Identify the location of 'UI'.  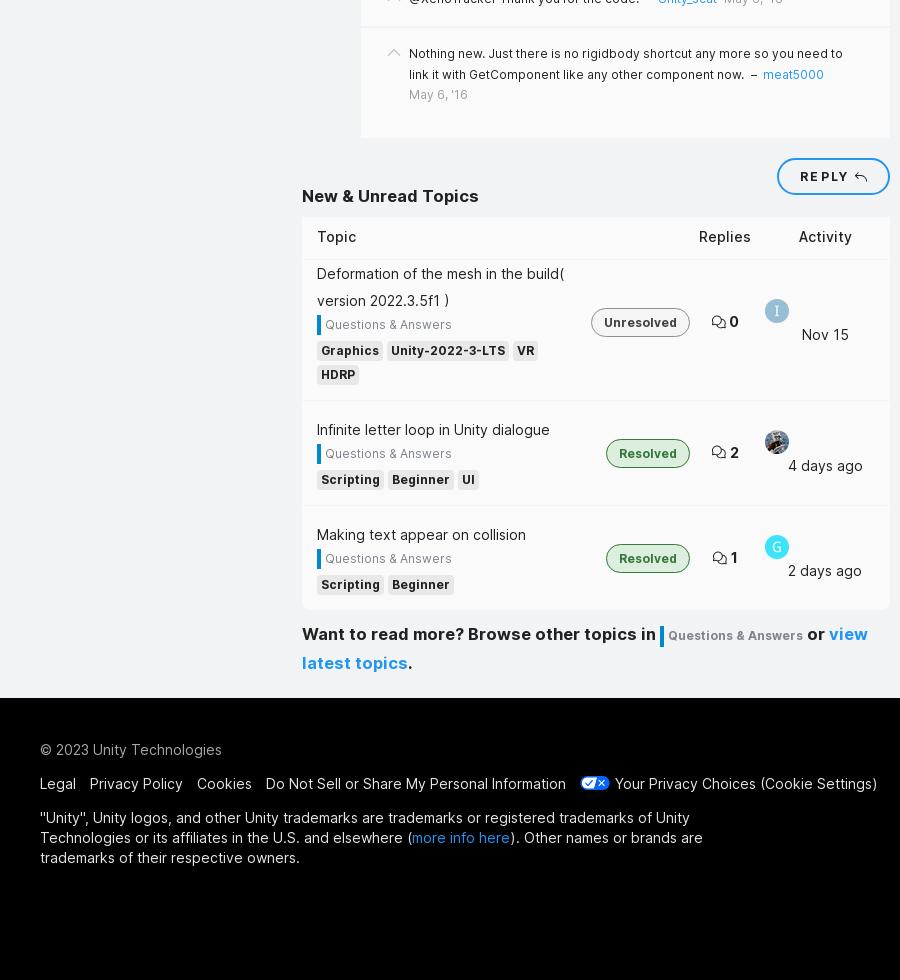
(467, 479).